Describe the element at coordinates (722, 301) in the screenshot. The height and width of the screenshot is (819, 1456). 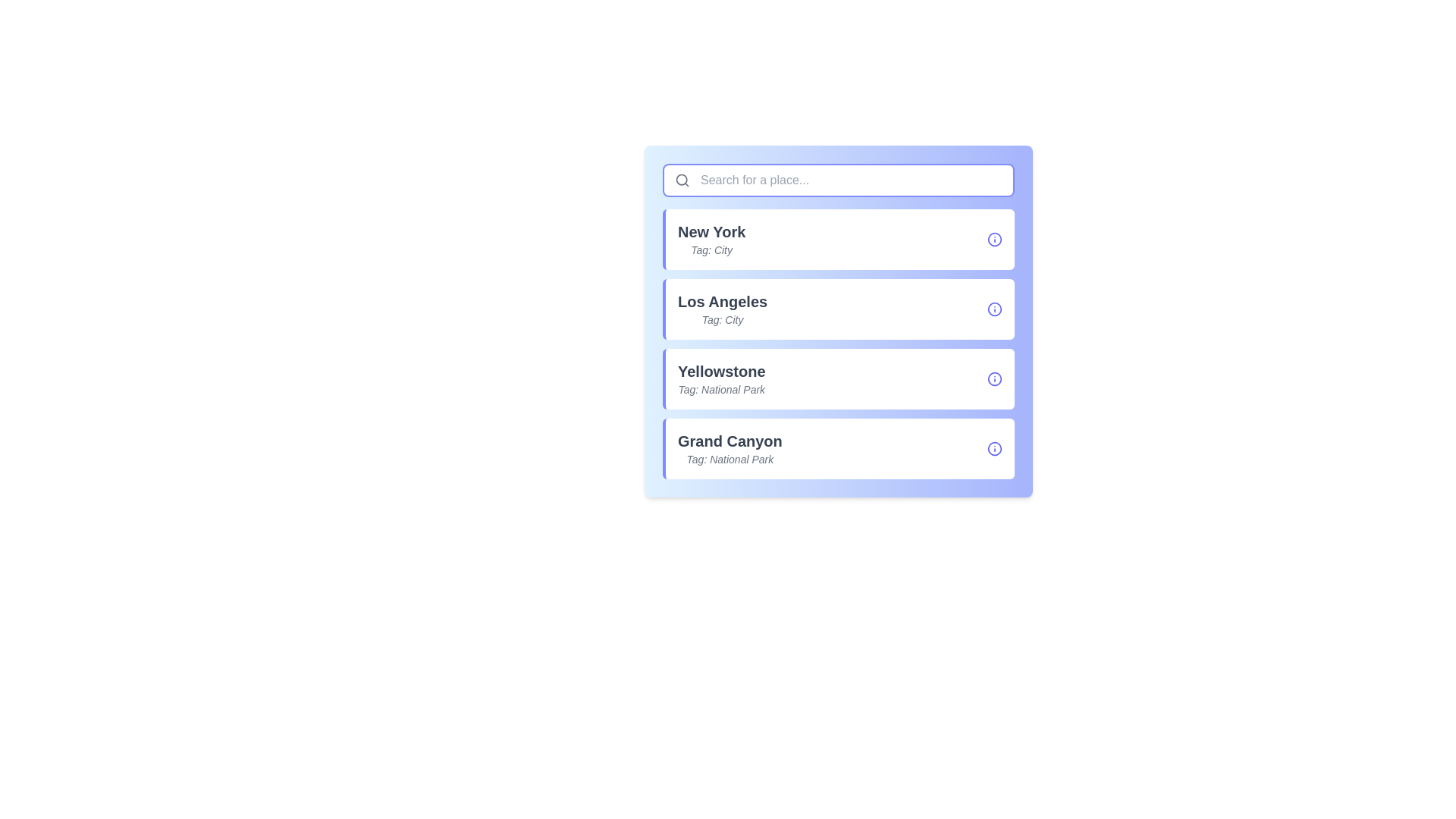
I see `the non-interactive text label displaying 'Los Angeles' which is located in the second list item of a vertical list within a panel` at that location.